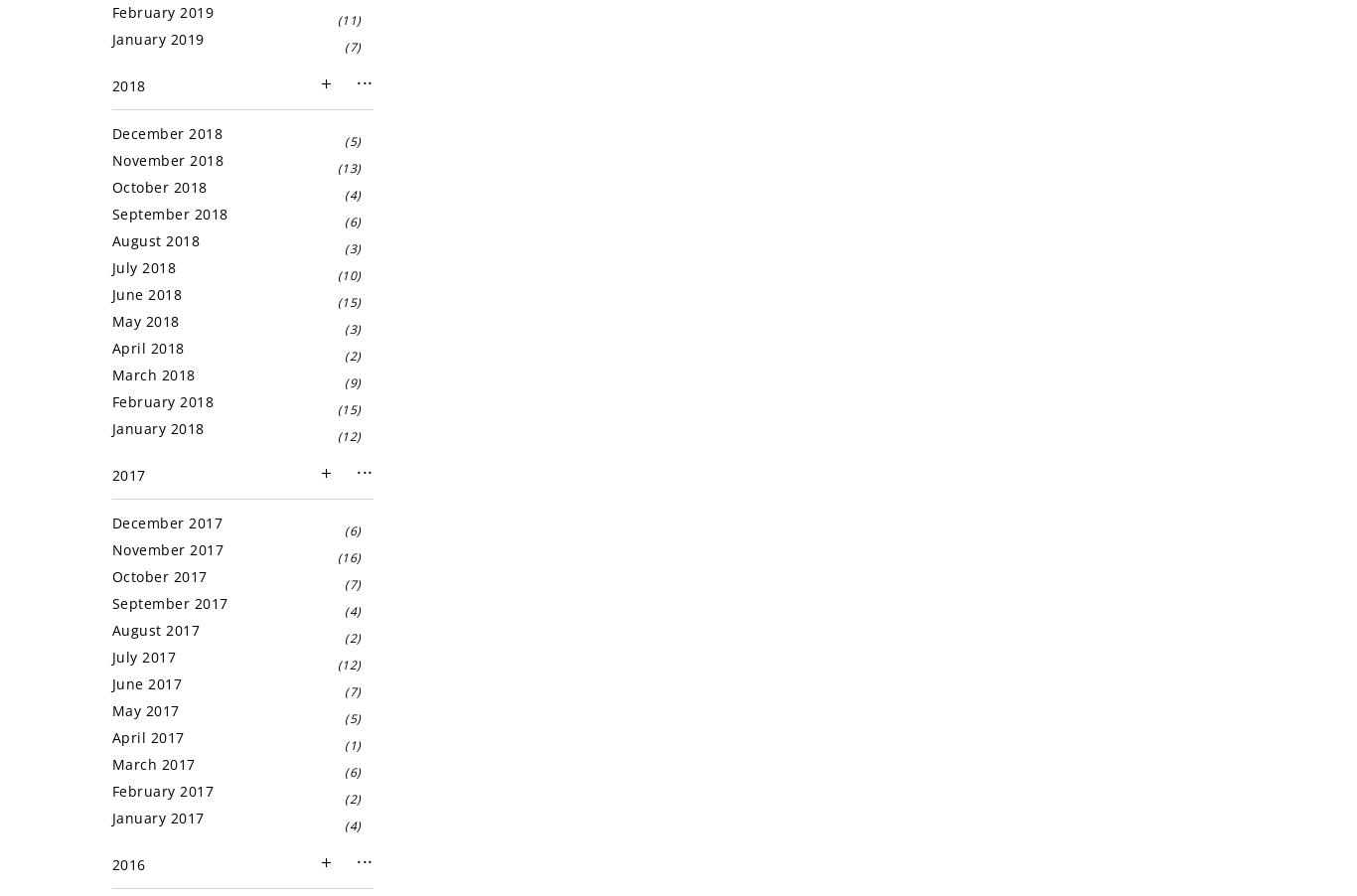  Describe the element at coordinates (111, 817) in the screenshot. I see `'January 2017'` at that location.